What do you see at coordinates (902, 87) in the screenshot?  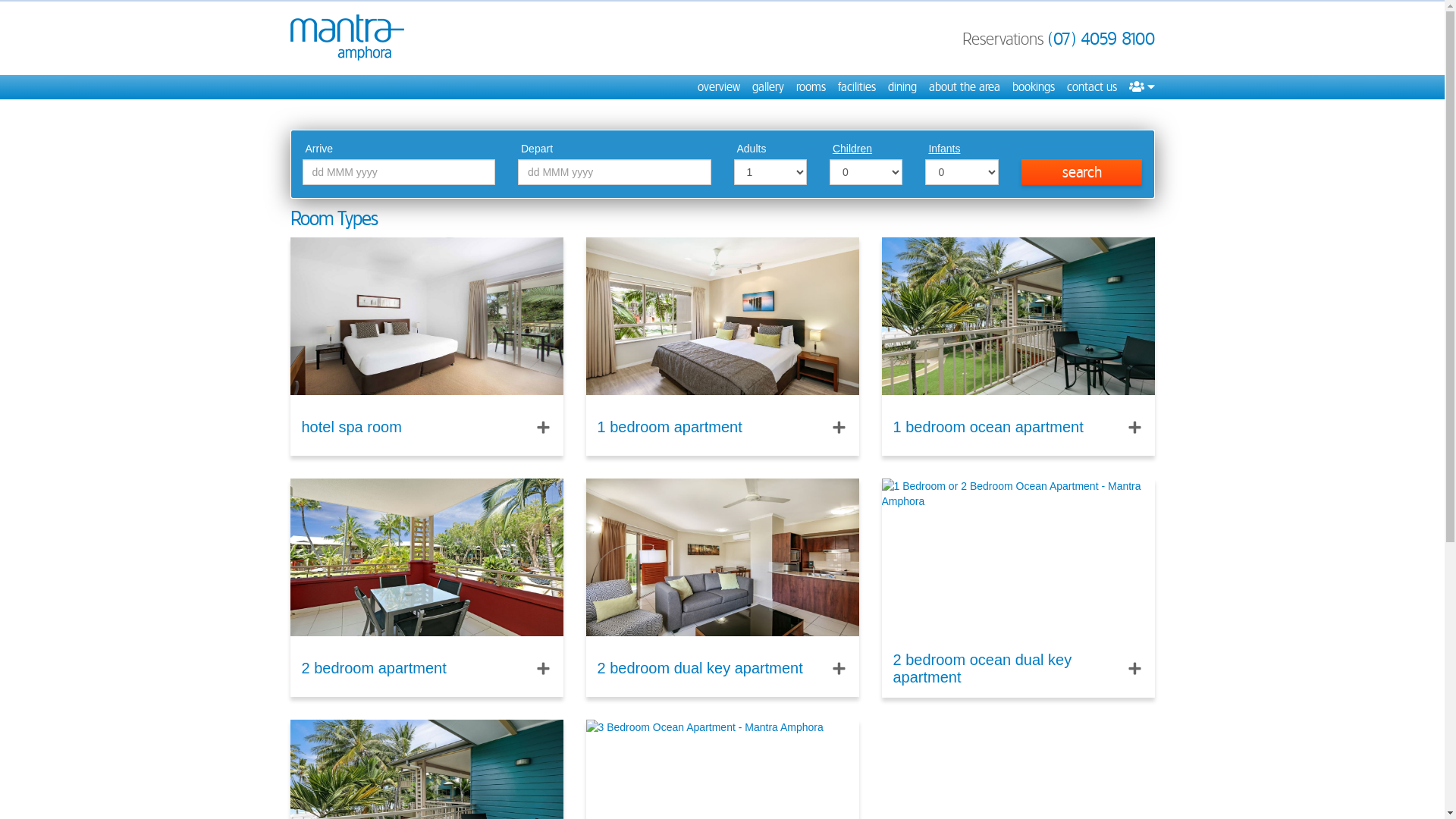 I see `'dining'` at bounding box center [902, 87].